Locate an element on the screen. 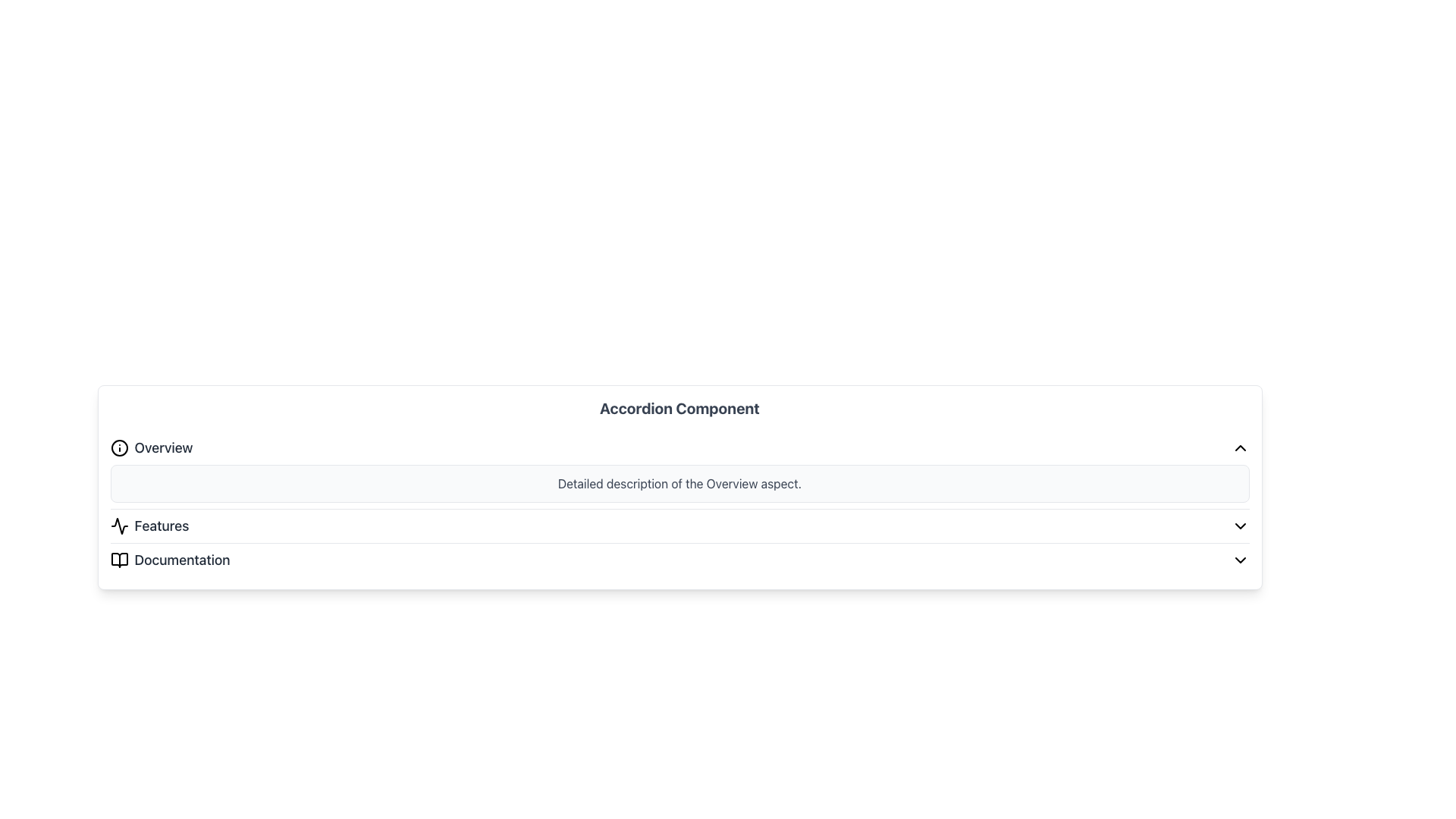  the prominent header with the text 'Accordion Component', which is styled in an extra-large bold font and is centered at the top of its section is located at coordinates (679, 408).